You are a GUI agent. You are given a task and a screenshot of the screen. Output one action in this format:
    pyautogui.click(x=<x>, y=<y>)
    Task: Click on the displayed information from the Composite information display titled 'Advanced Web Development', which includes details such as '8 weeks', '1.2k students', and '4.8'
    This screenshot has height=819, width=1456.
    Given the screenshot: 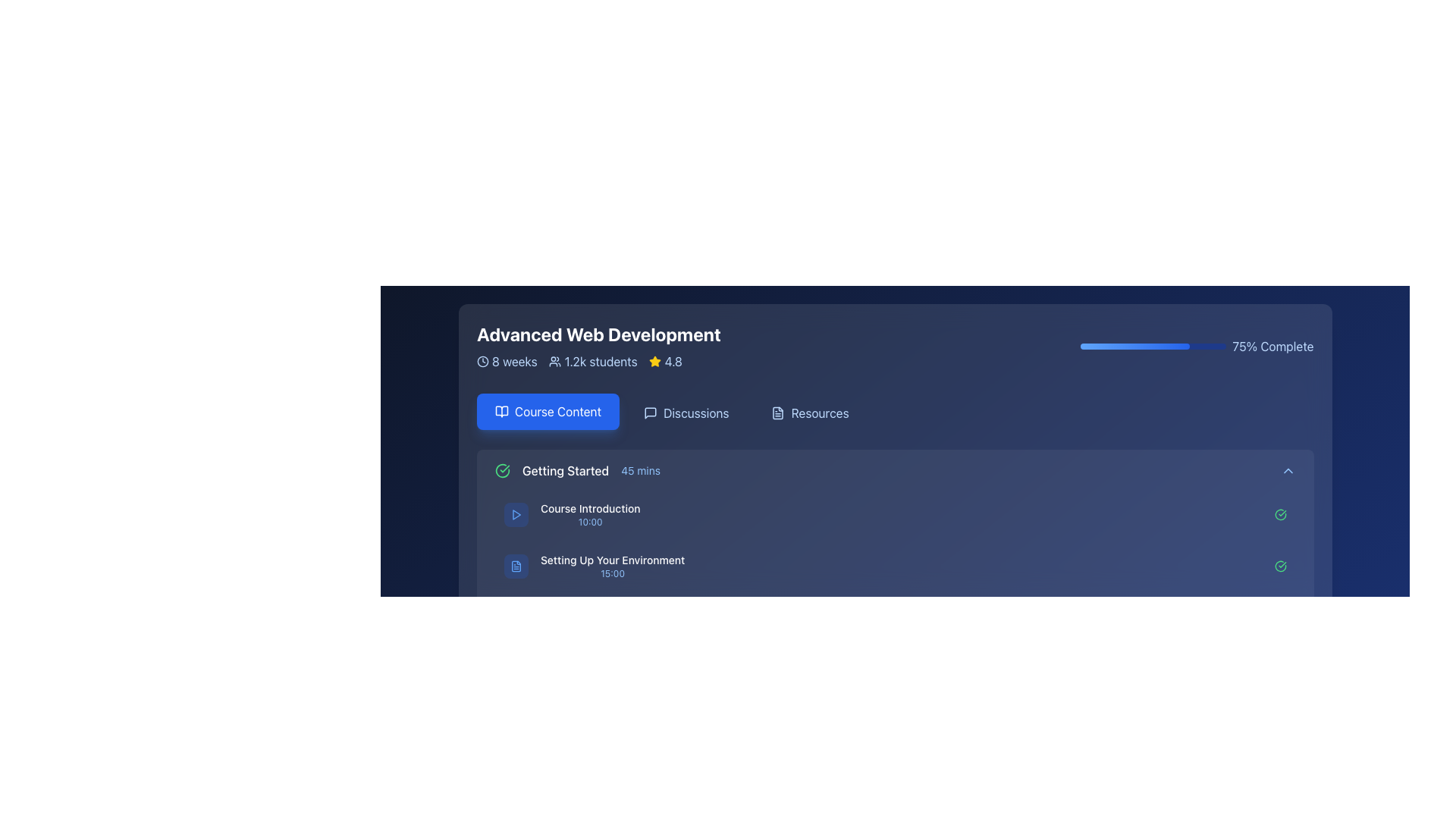 What is the action you would take?
    pyautogui.click(x=598, y=346)
    